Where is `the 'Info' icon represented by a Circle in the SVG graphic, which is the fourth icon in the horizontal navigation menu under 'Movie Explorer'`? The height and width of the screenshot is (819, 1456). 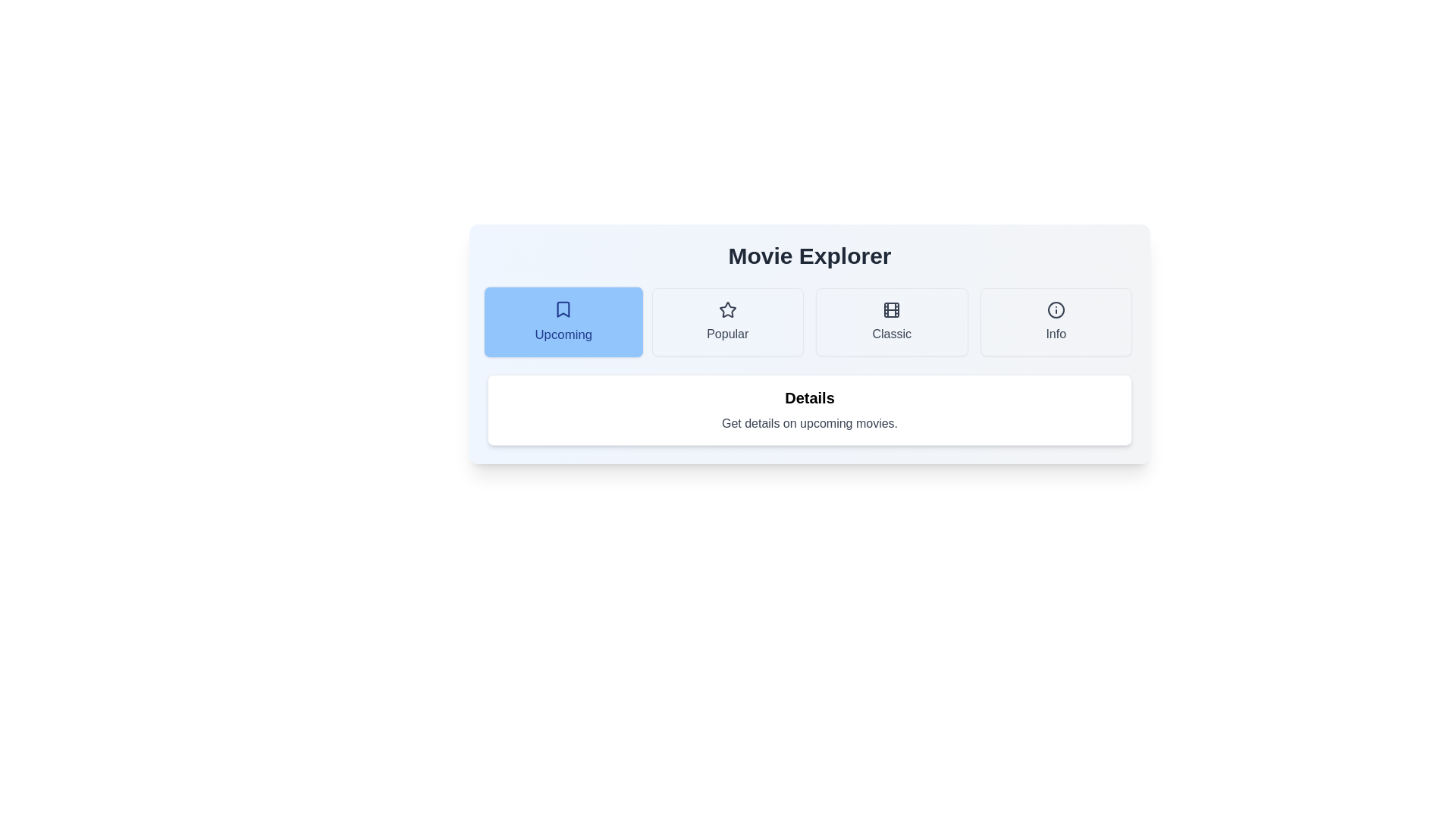 the 'Info' icon represented by a Circle in the SVG graphic, which is the fourth icon in the horizontal navigation menu under 'Movie Explorer' is located at coordinates (1055, 309).